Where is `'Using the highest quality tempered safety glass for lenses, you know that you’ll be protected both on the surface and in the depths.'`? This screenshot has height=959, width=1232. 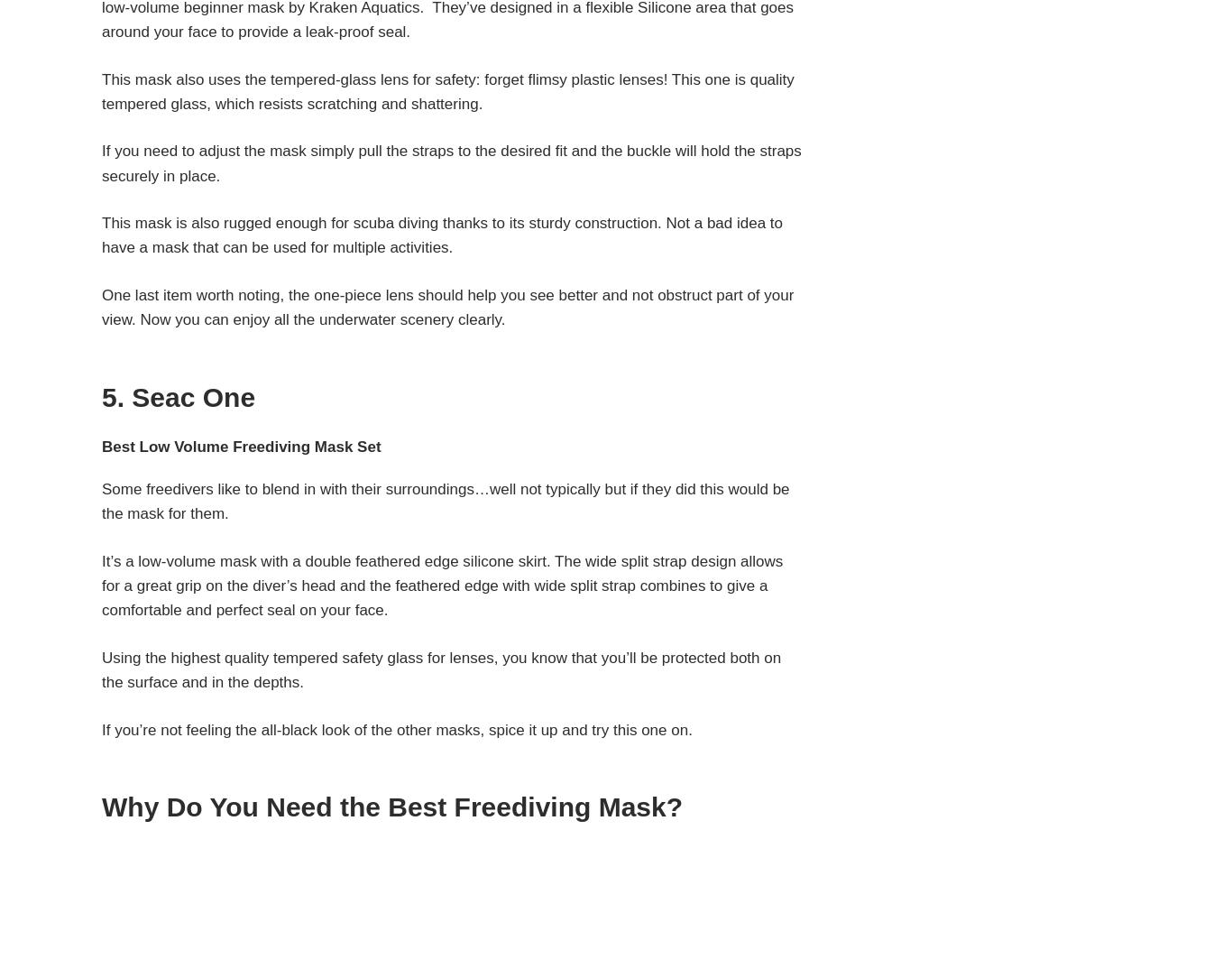 'Using the highest quality tempered safety glass for lenses, you know that you’ll be protected both on the surface and in the depths.' is located at coordinates (441, 668).